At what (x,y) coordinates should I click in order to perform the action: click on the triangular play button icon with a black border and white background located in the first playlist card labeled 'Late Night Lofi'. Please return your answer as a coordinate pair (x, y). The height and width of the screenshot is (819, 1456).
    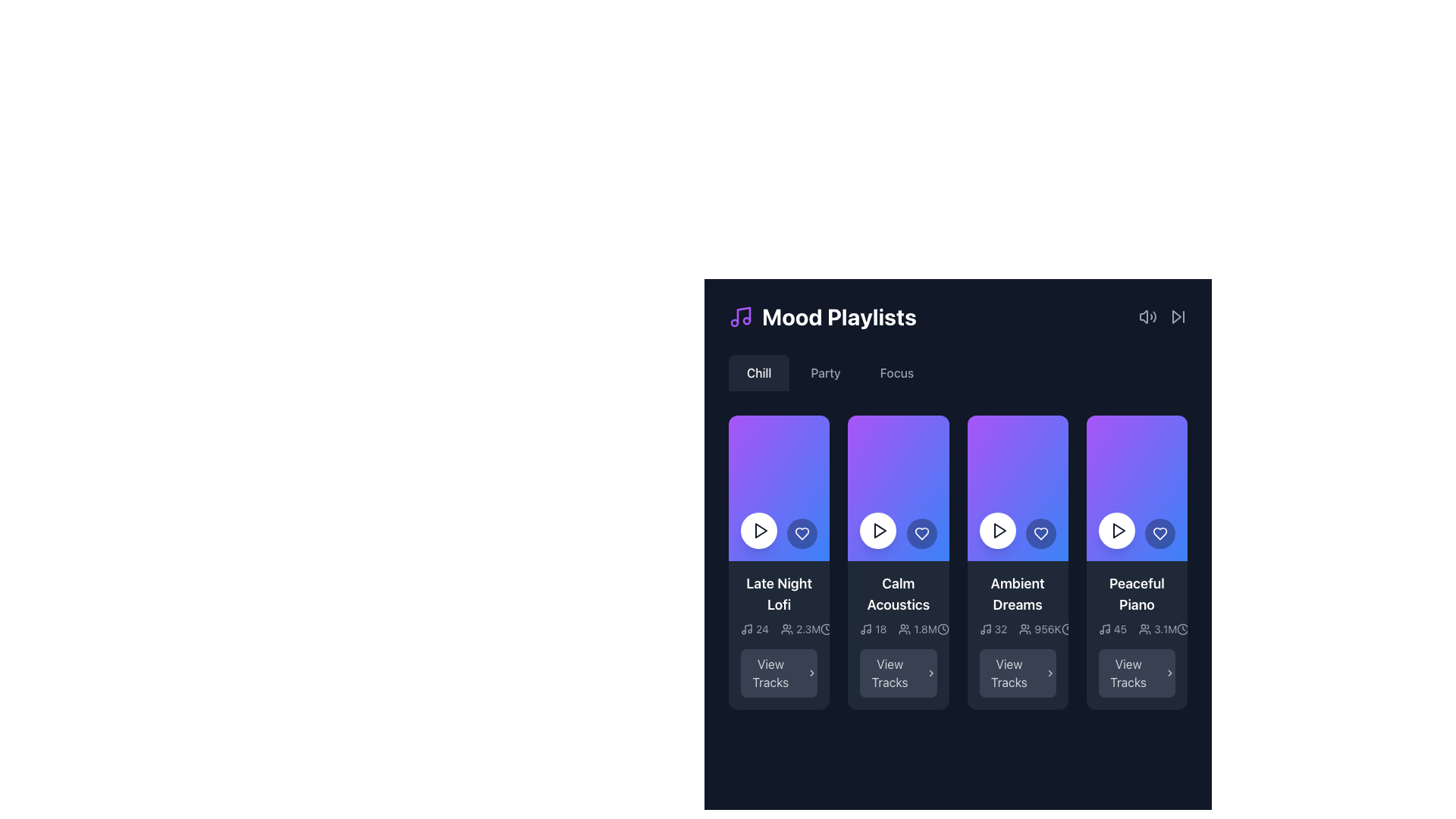
    Looking at the image, I should click on (761, 529).